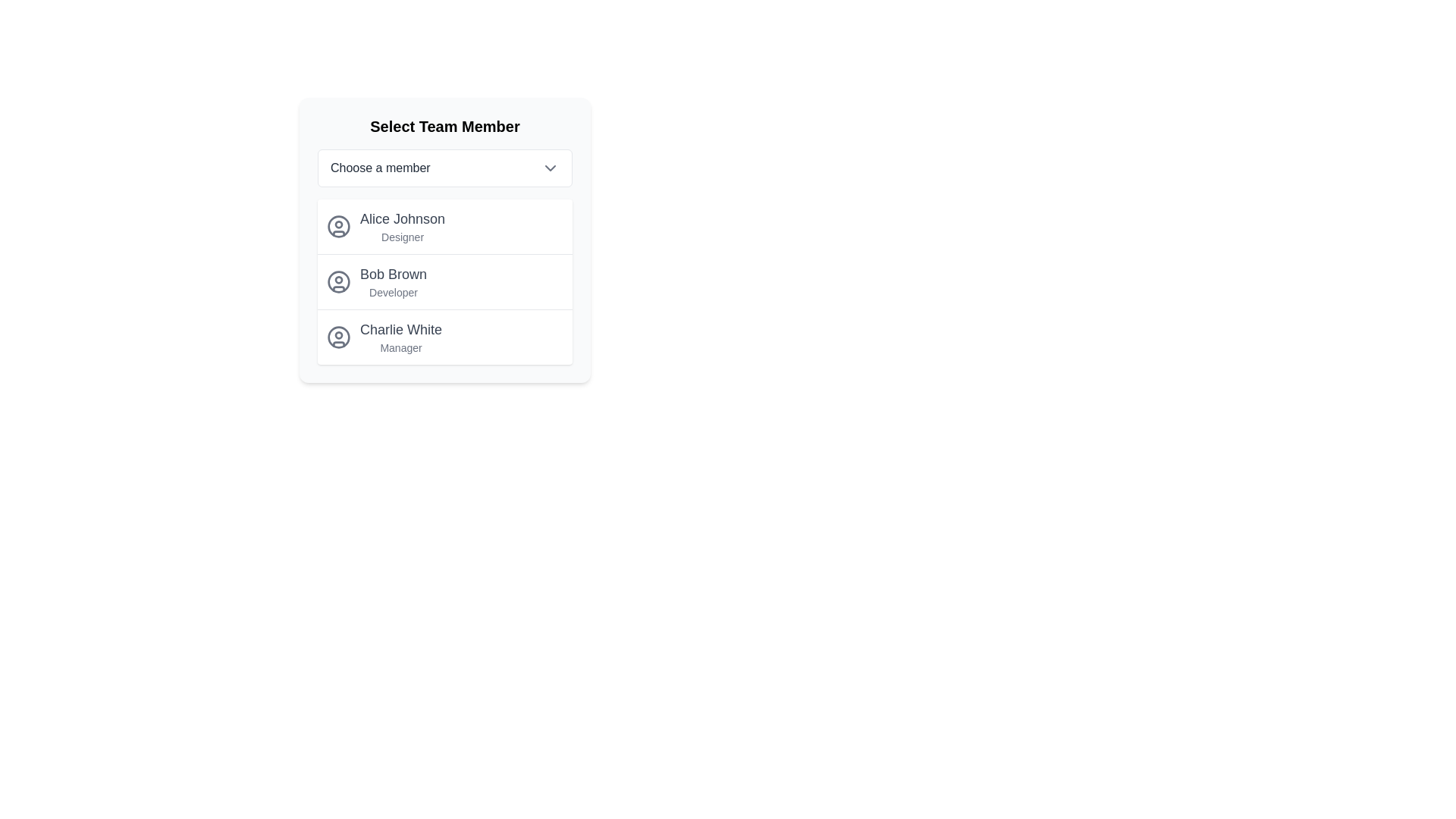 This screenshot has width=1456, height=819. What do you see at coordinates (444, 168) in the screenshot?
I see `the dropdown menu located below the title 'Select Team Member'` at bounding box center [444, 168].